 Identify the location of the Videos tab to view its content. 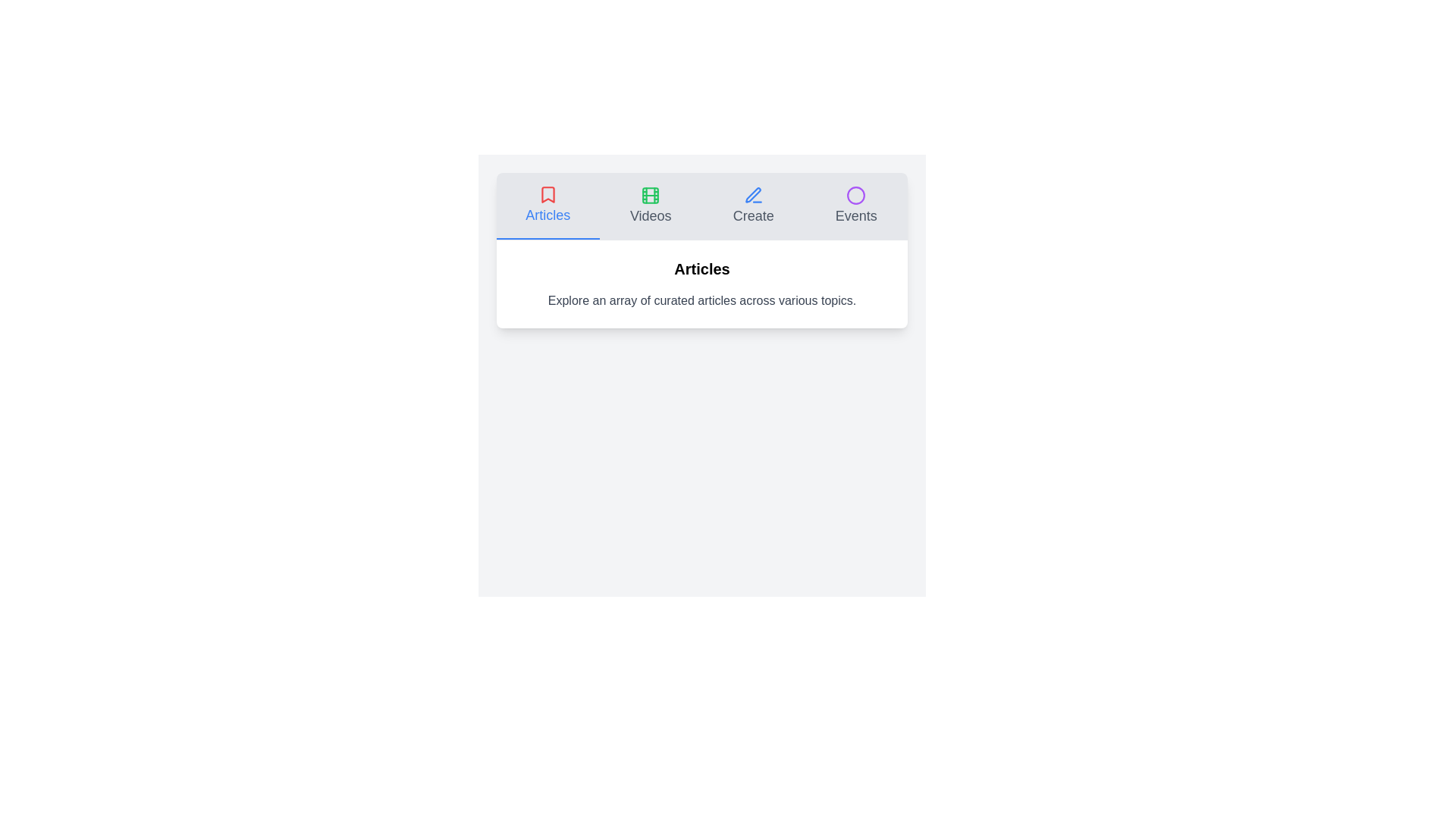
(651, 206).